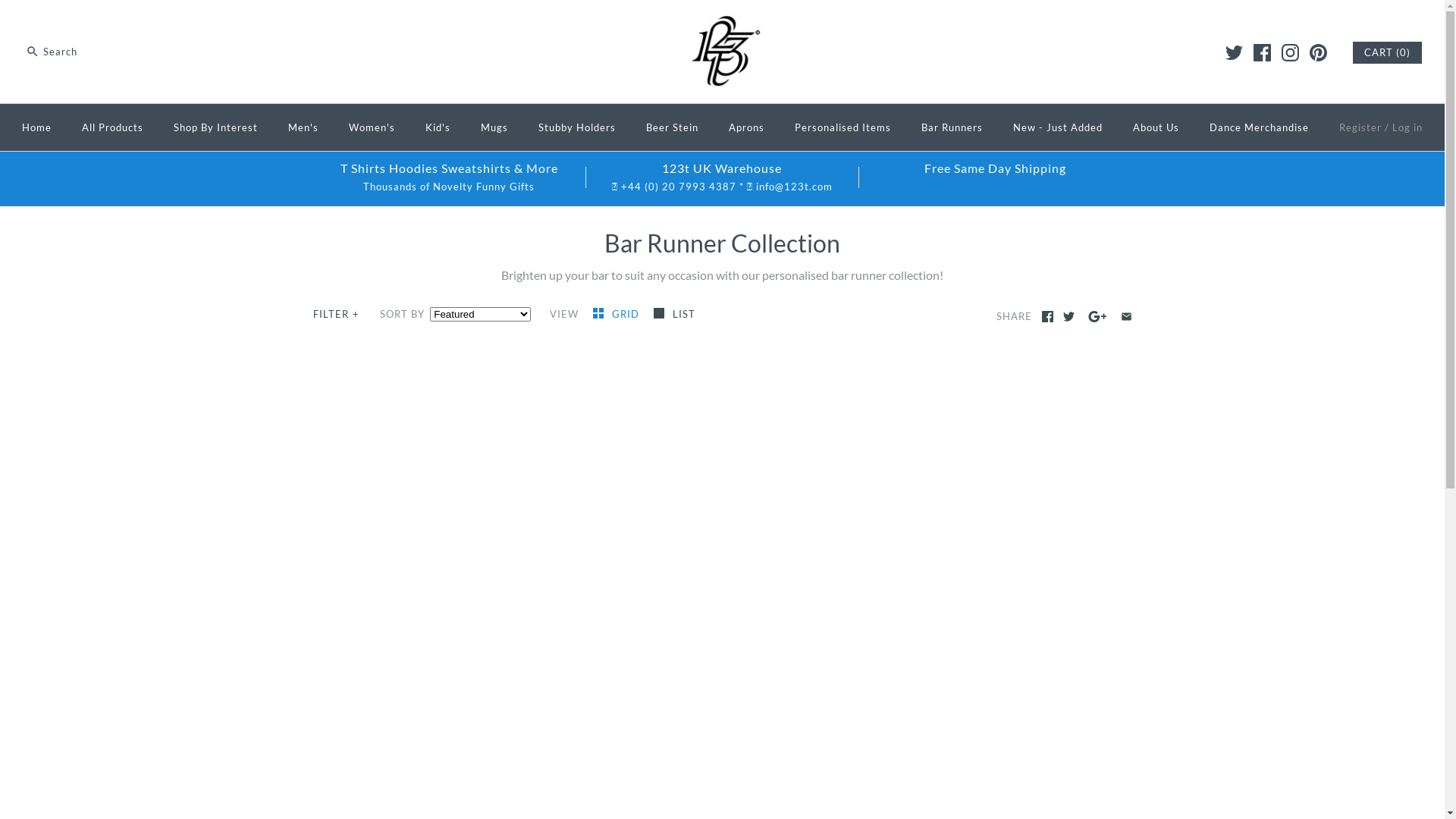 This screenshot has height=819, width=1456. What do you see at coordinates (1317, 52) in the screenshot?
I see `'Pinterest'` at bounding box center [1317, 52].